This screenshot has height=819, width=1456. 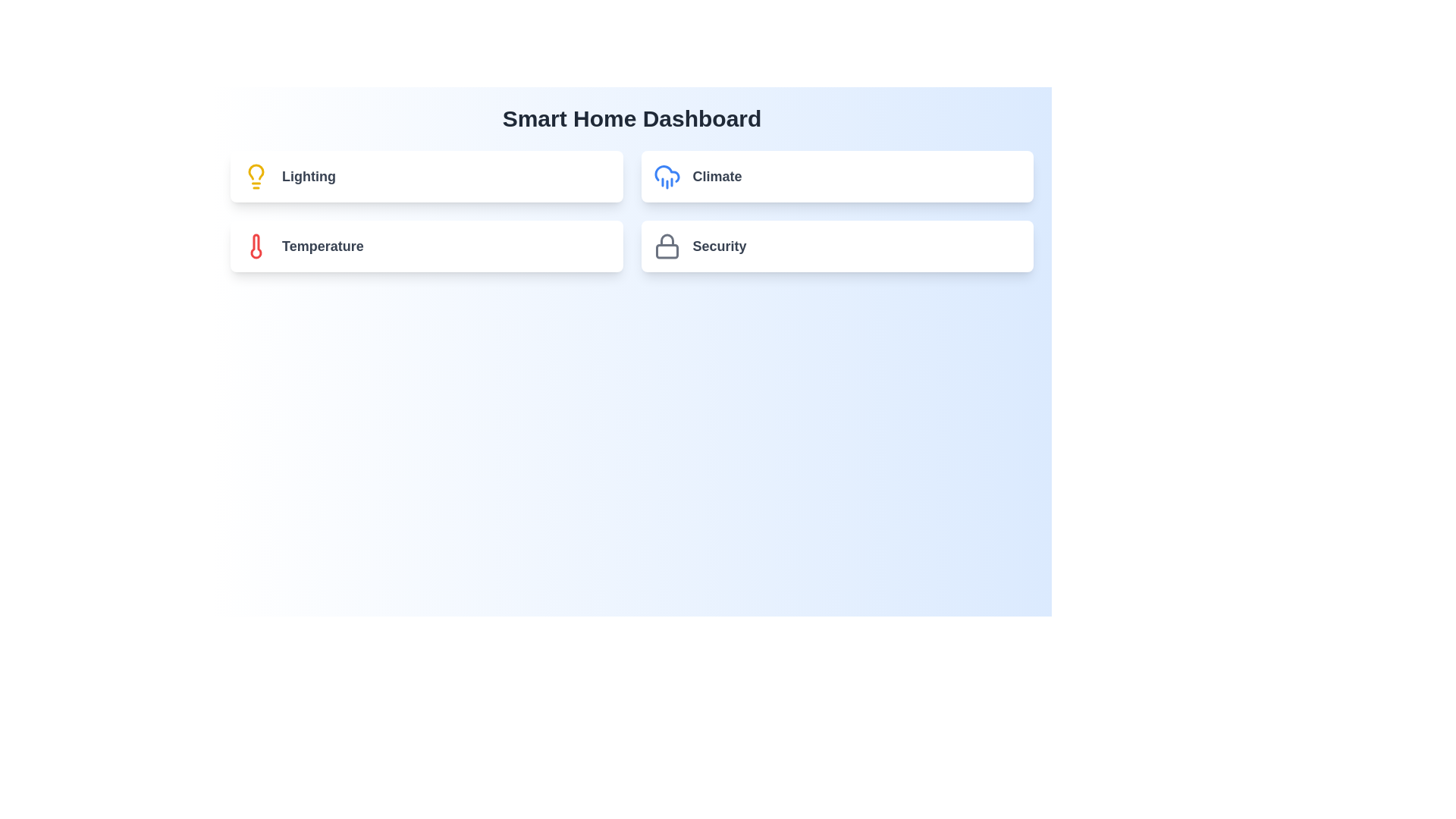 I want to click on the rounded rectangular graphical element located within the padlock icon, which is positioned near the bottom of the lock body adjacent to the 'Security' label, so click(x=667, y=250).